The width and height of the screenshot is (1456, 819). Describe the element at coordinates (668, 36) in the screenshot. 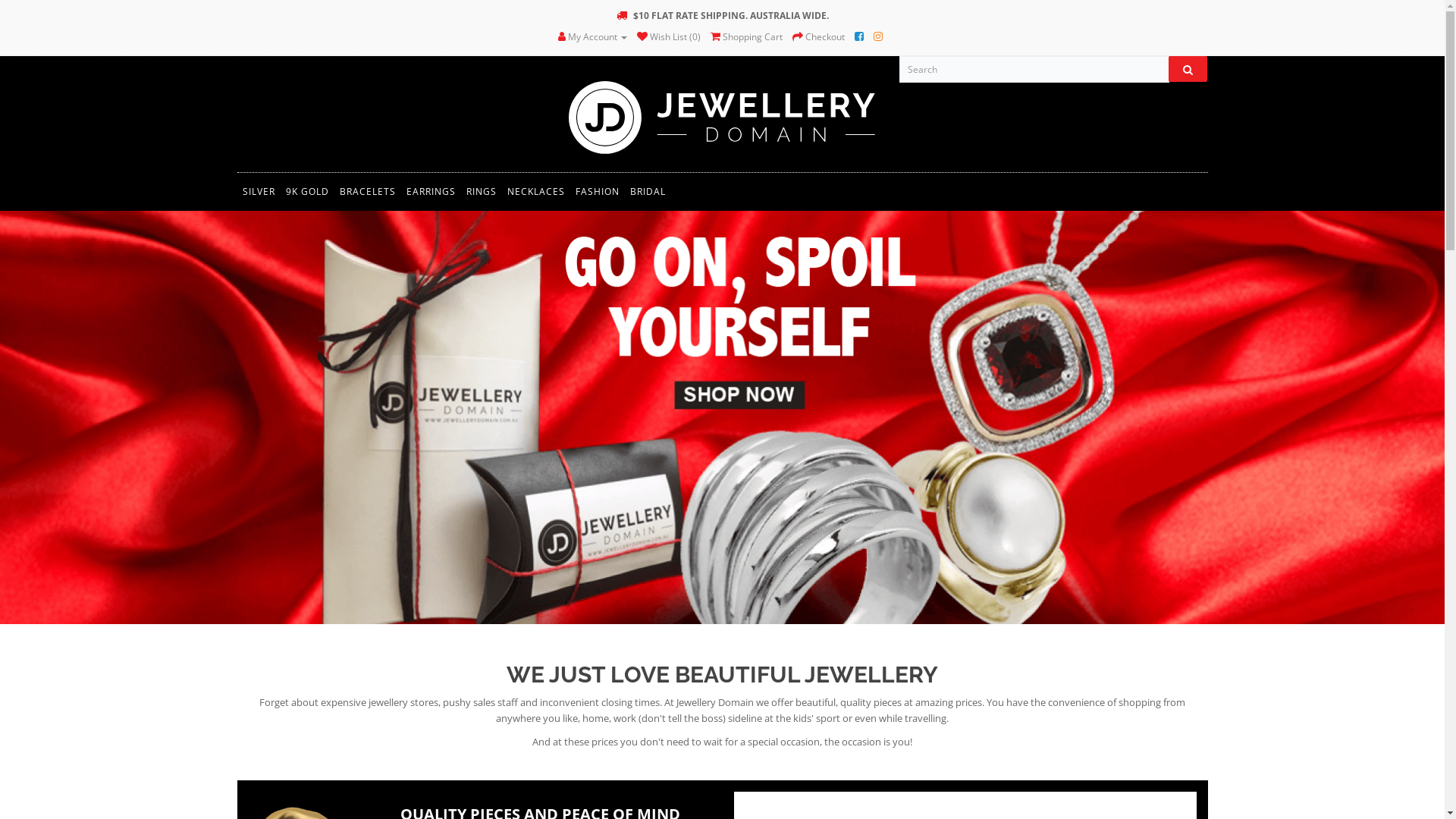

I see `'Wish List (0)'` at that location.